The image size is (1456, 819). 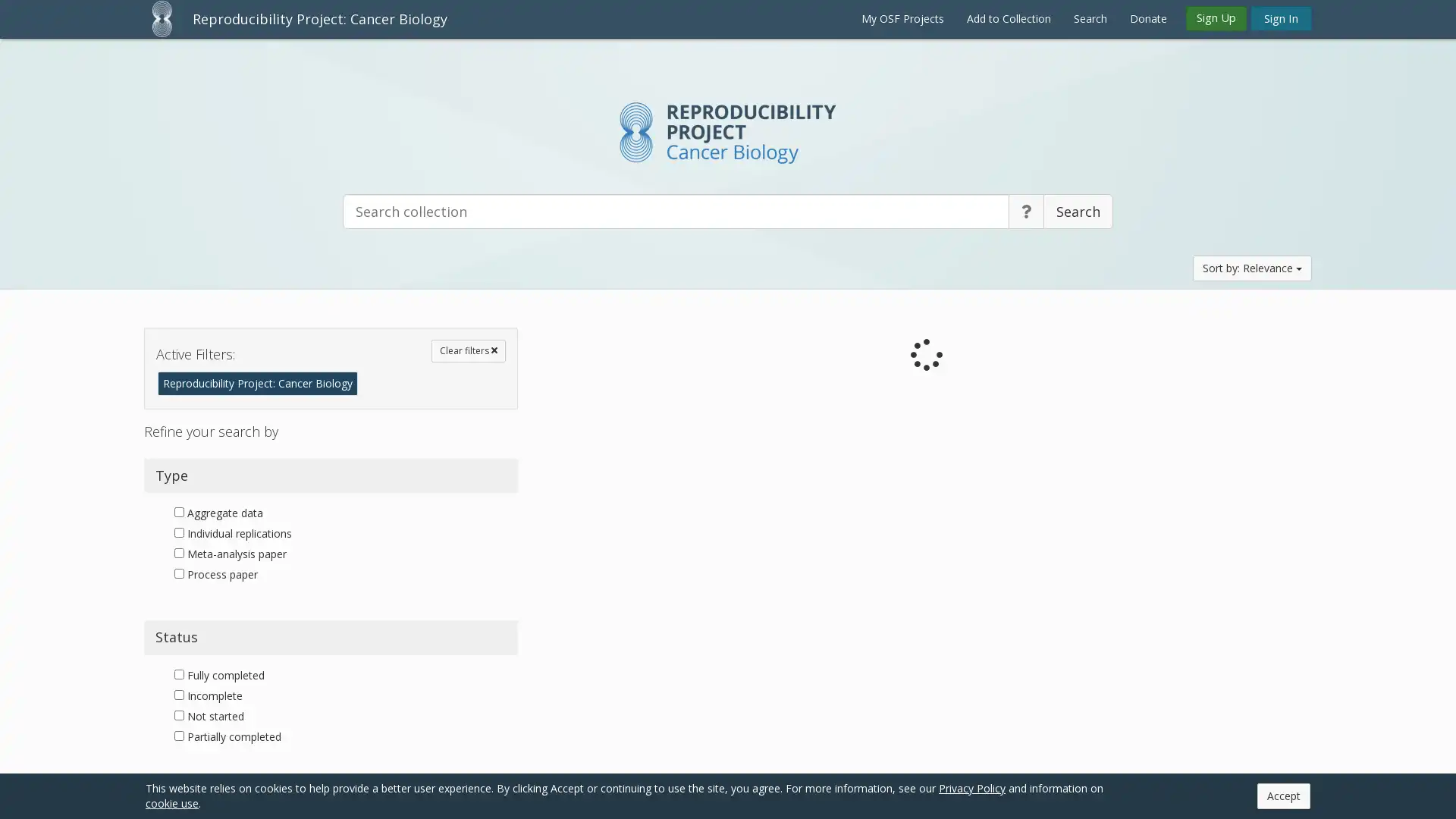 I want to click on Sort by: Relevance, so click(x=1252, y=267).